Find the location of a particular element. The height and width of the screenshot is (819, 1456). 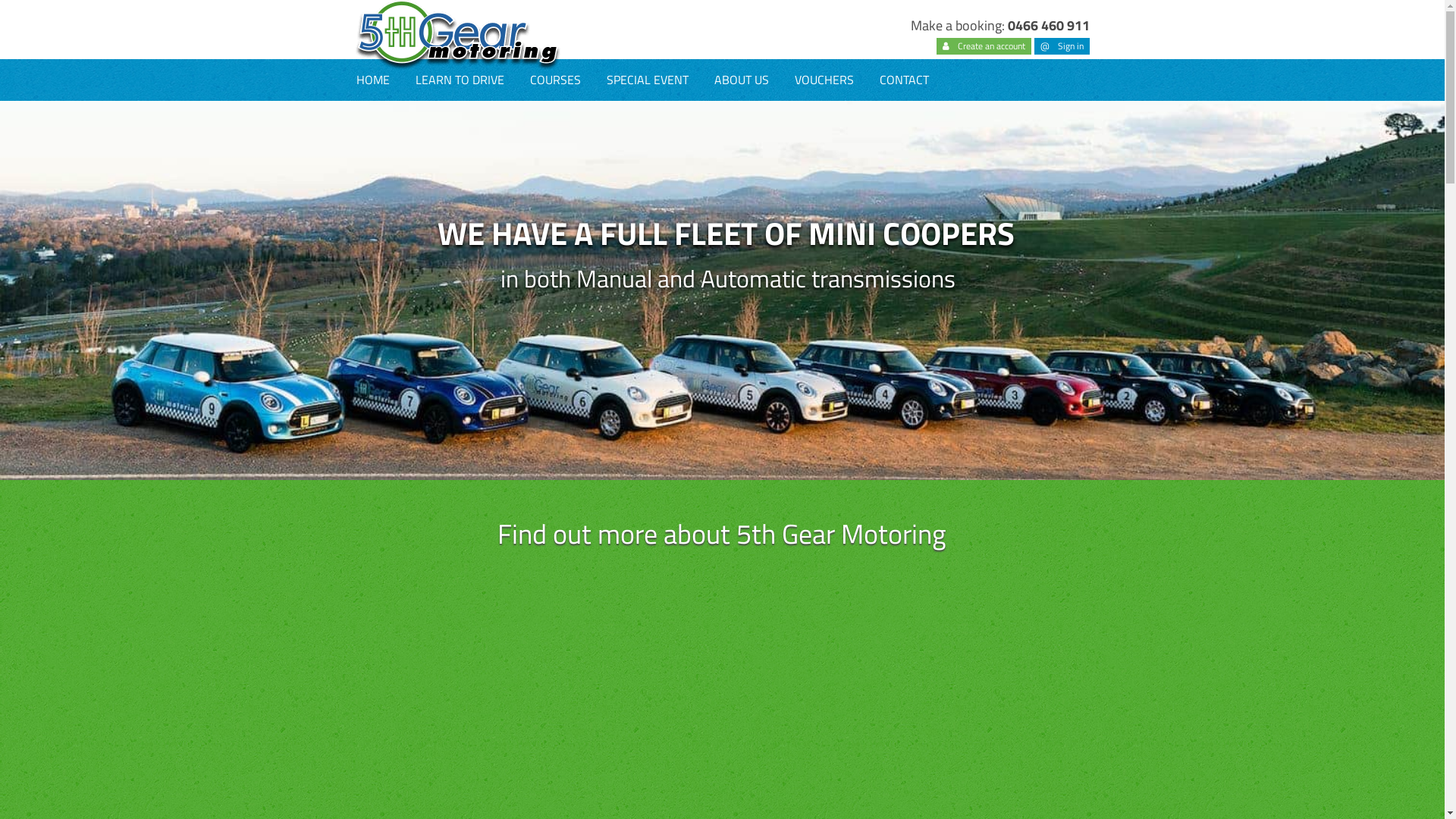

'0466 460 911' is located at coordinates (1047, 25).